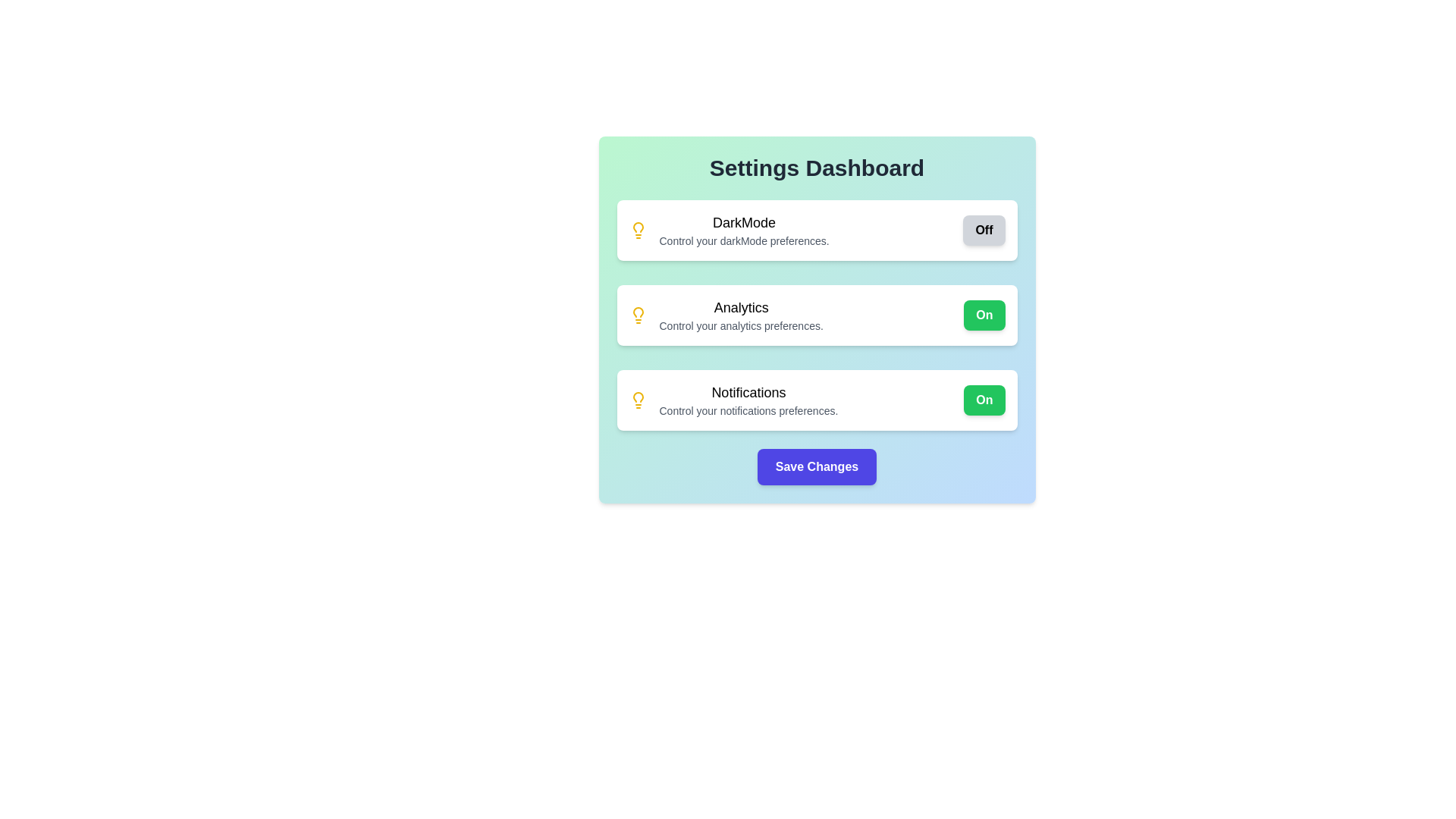 The height and width of the screenshot is (819, 1456). I want to click on the 'DarkMode' toggle button to change its state, so click(984, 231).